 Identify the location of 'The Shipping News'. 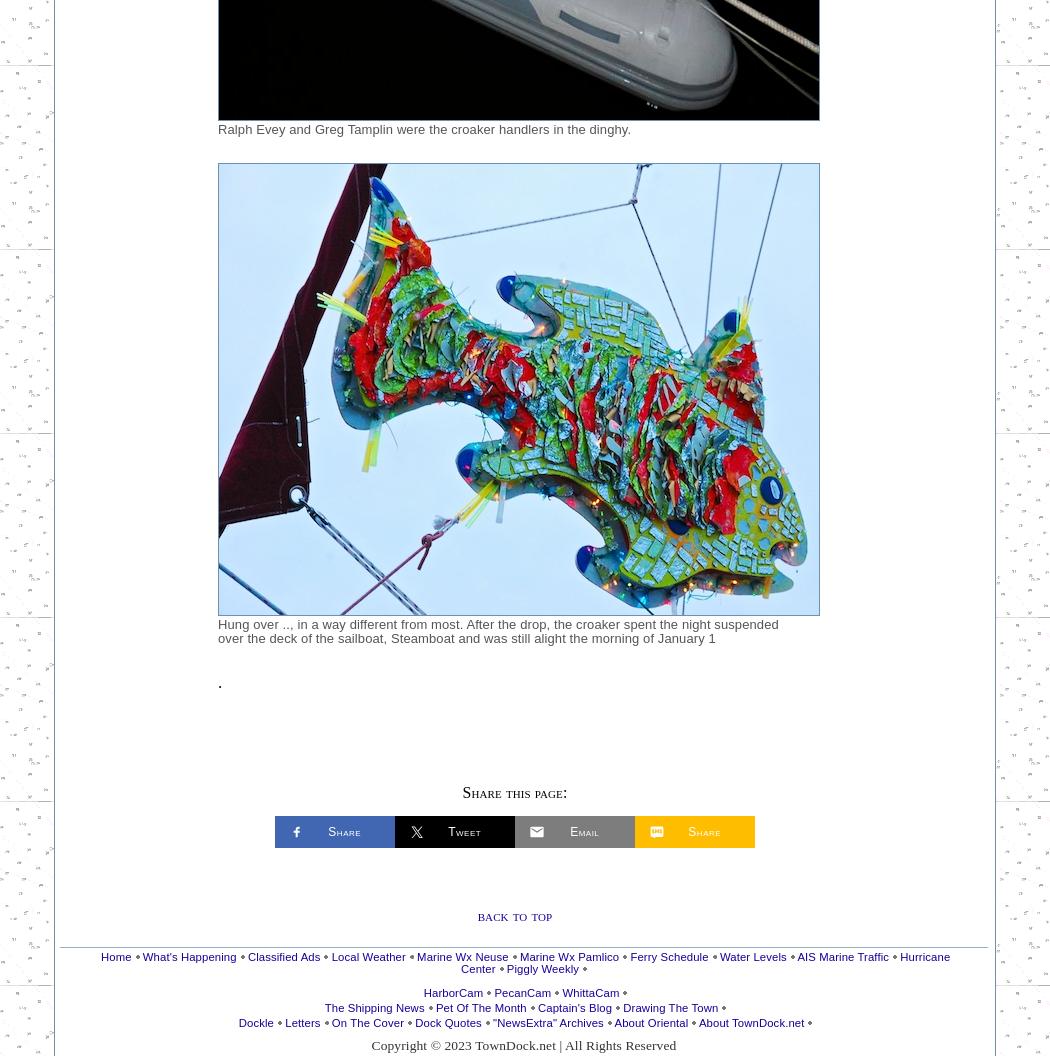
(373, 1006).